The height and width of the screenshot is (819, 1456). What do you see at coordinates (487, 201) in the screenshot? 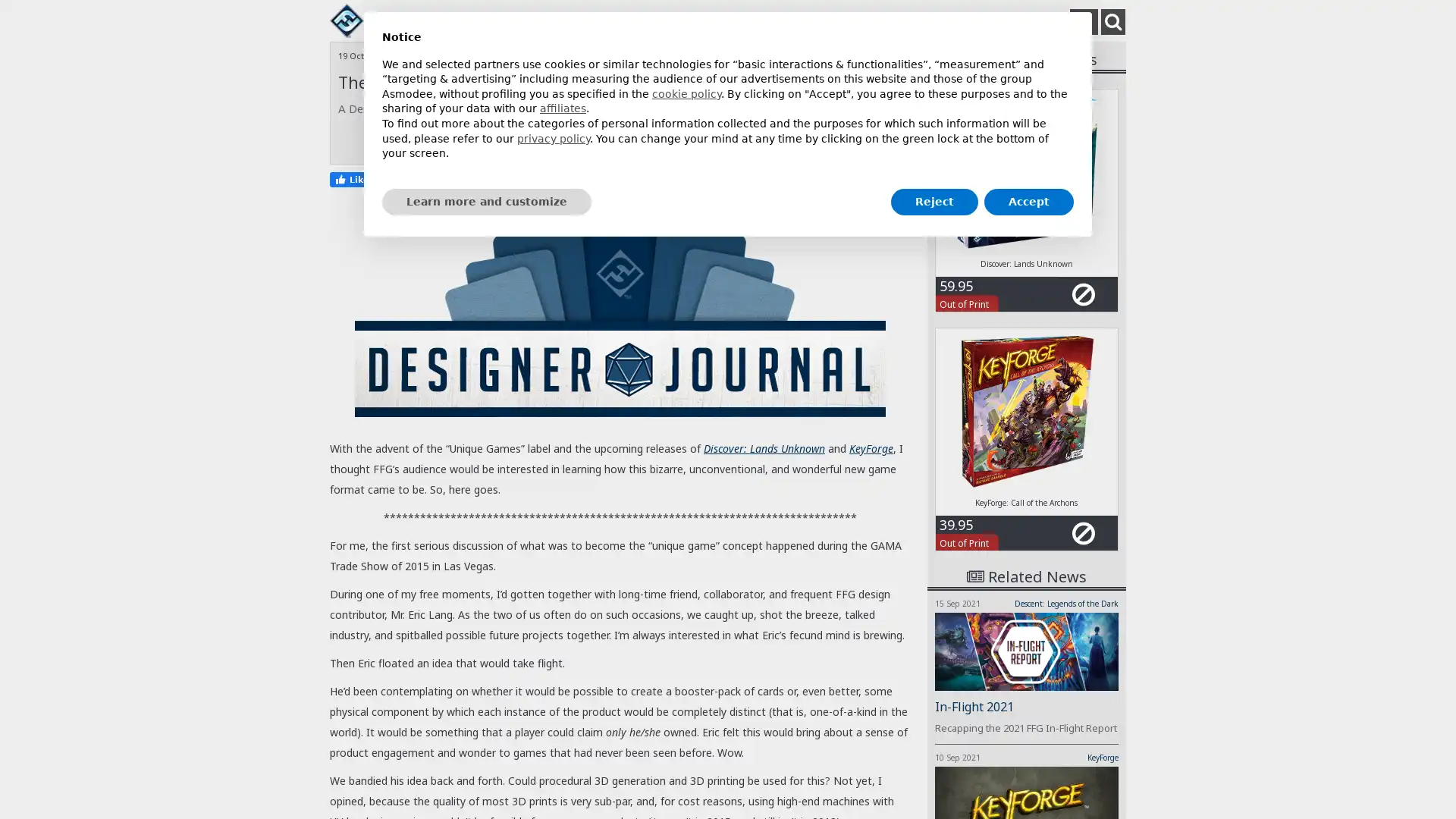
I see `Learn more and customize` at bounding box center [487, 201].